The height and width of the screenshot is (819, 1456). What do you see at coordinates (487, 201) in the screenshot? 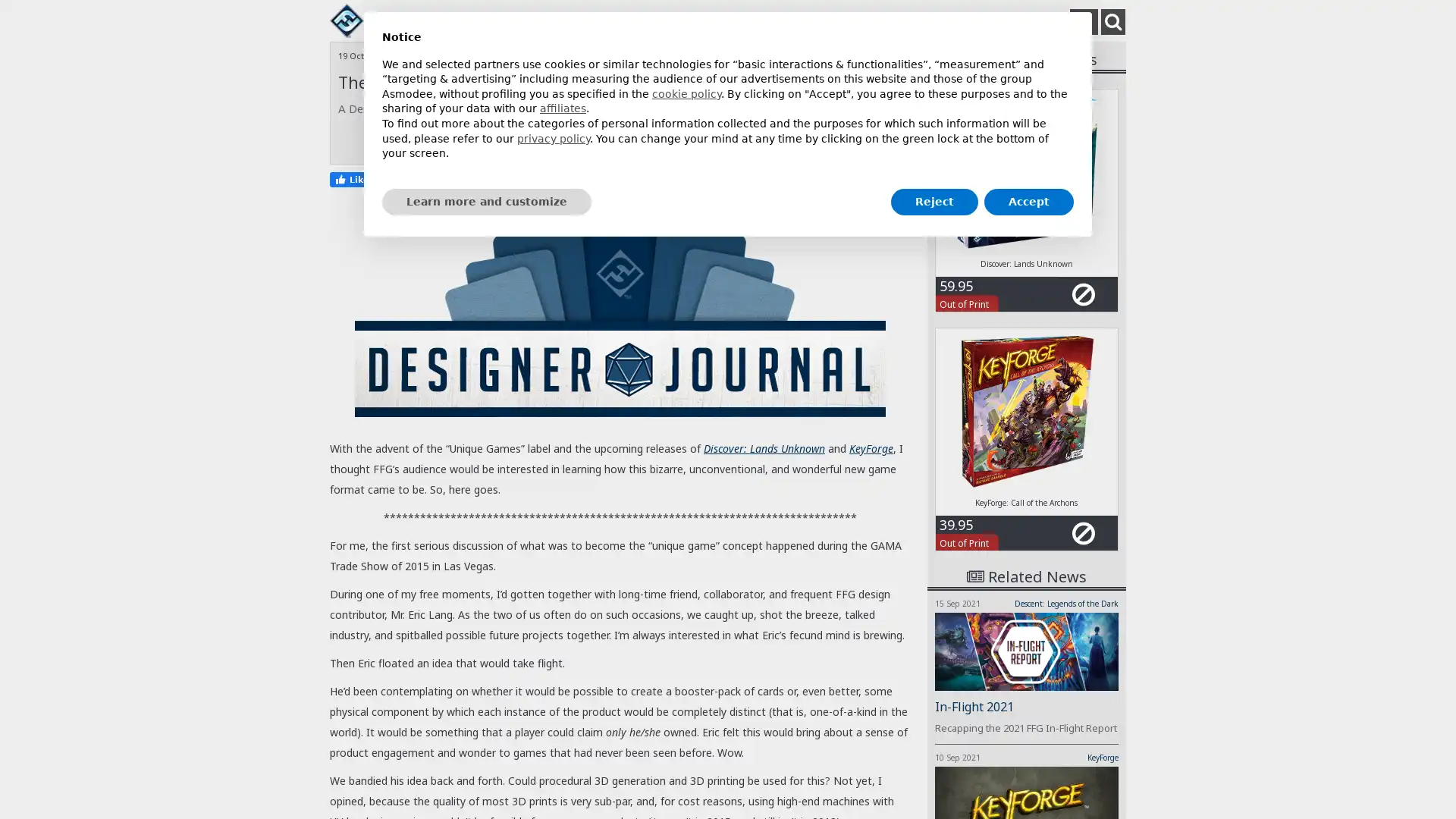
I see `Learn more and customize` at bounding box center [487, 201].